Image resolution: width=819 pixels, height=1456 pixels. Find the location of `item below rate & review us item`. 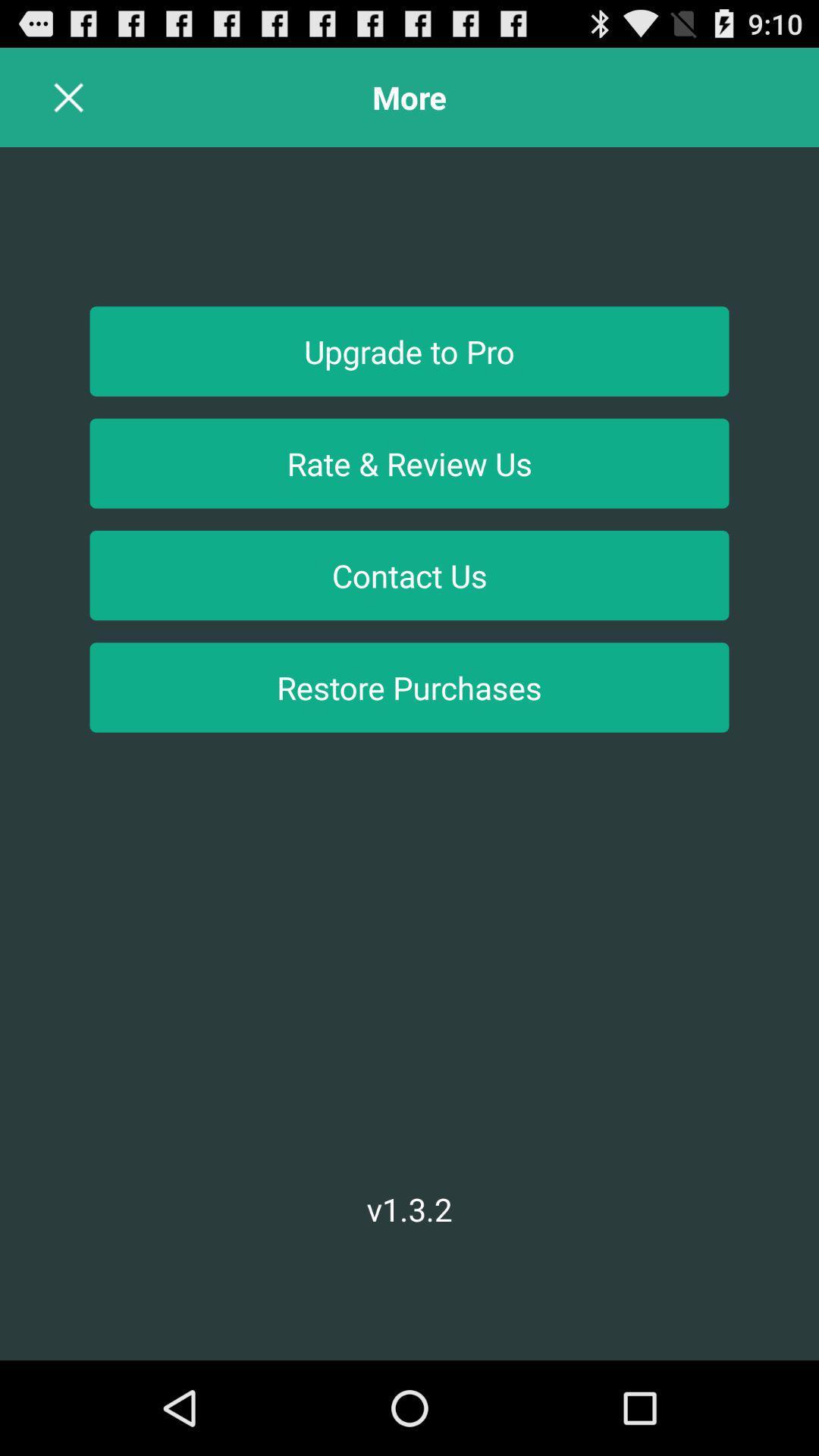

item below rate & review us item is located at coordinates (409, 574).